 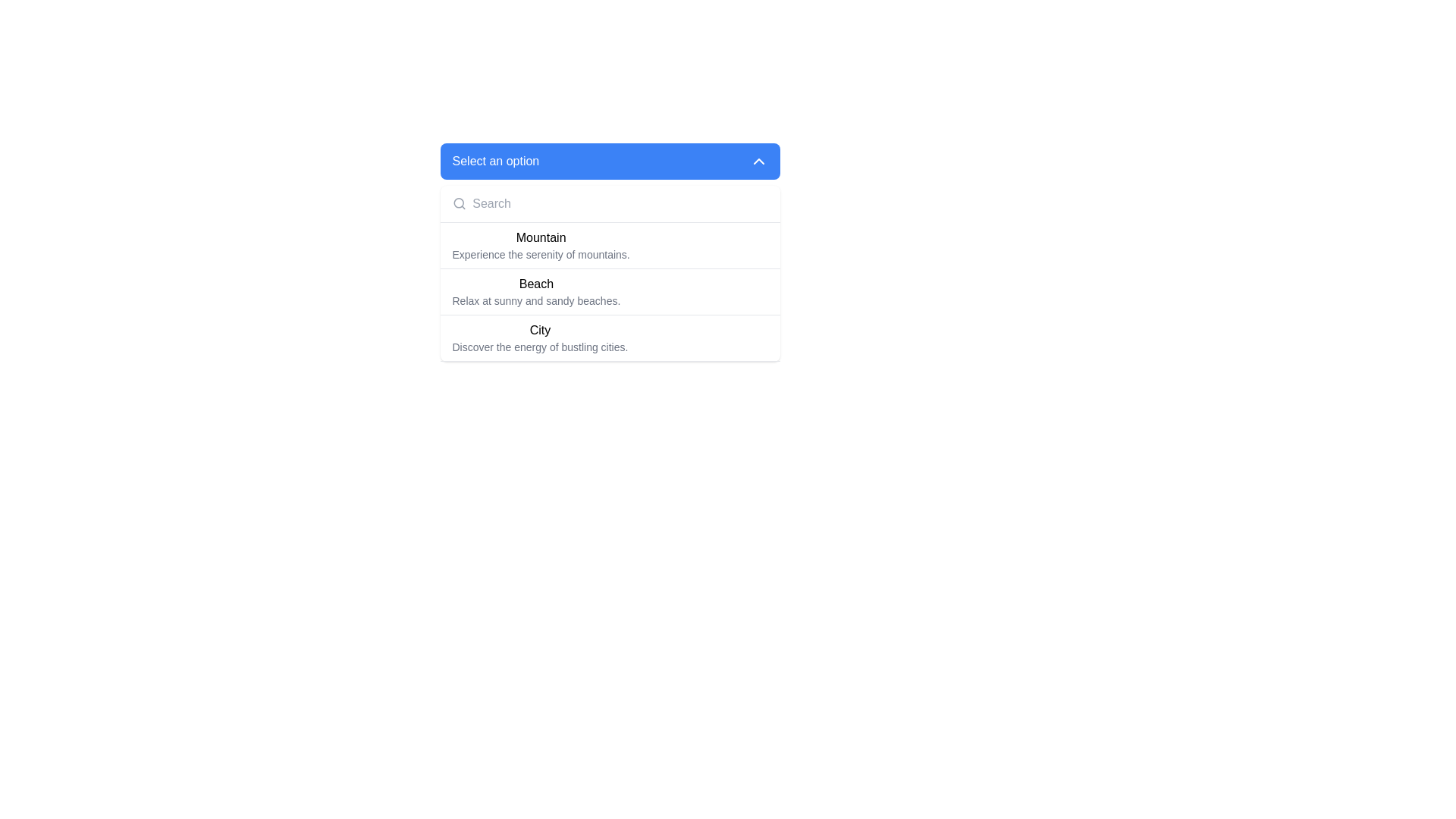 What do you see at coordinates (610, 292) in the screenshot?
I see `the 'Beach' category selectable list item in the dropdown menu` at bounding box center [610, 292].